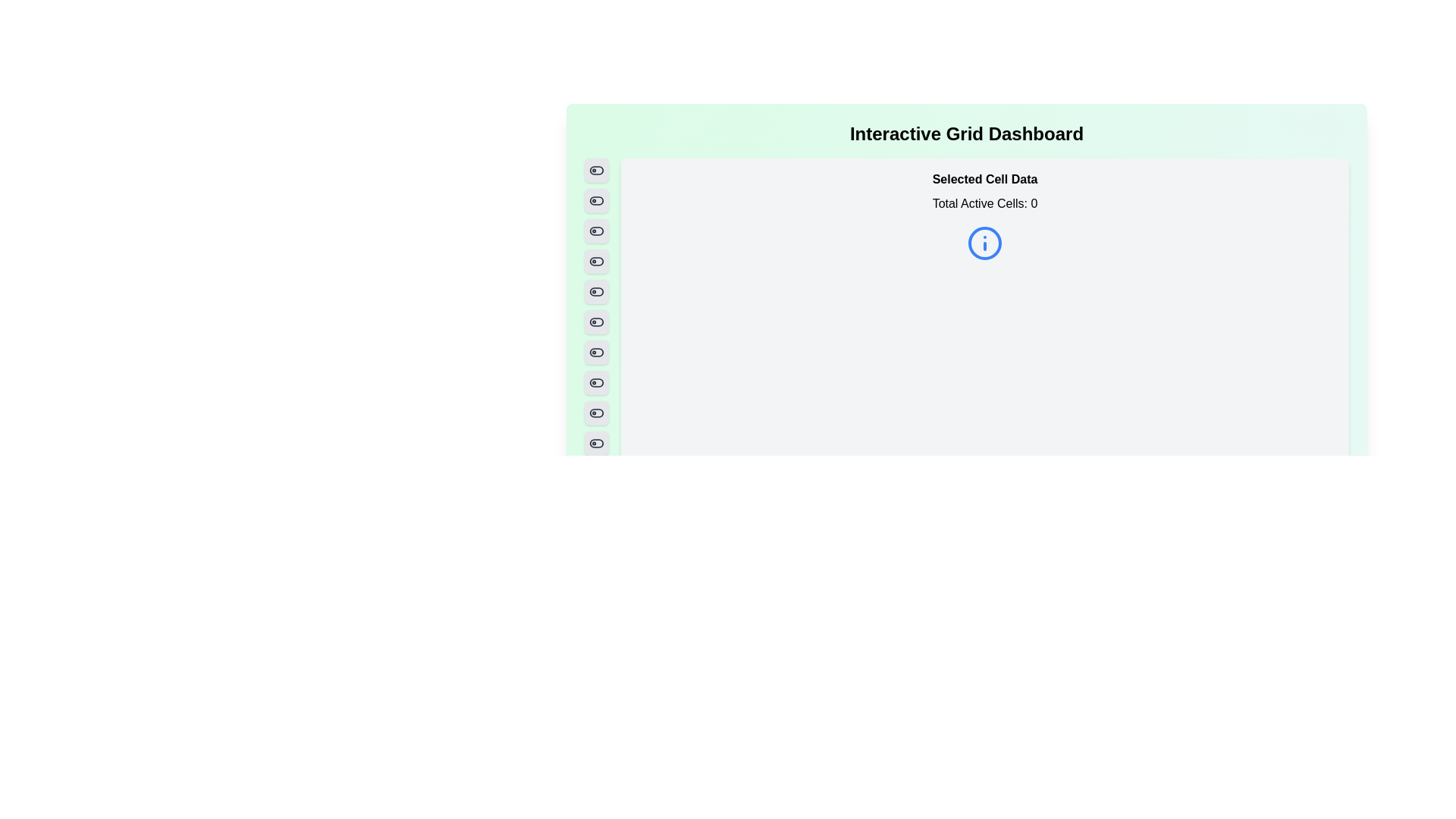 The height and width of the screenshot is (819, 1456). Describe the element at coordinates (985, 242) in the screenshot. I see `the info icon to display additional information` at that location.